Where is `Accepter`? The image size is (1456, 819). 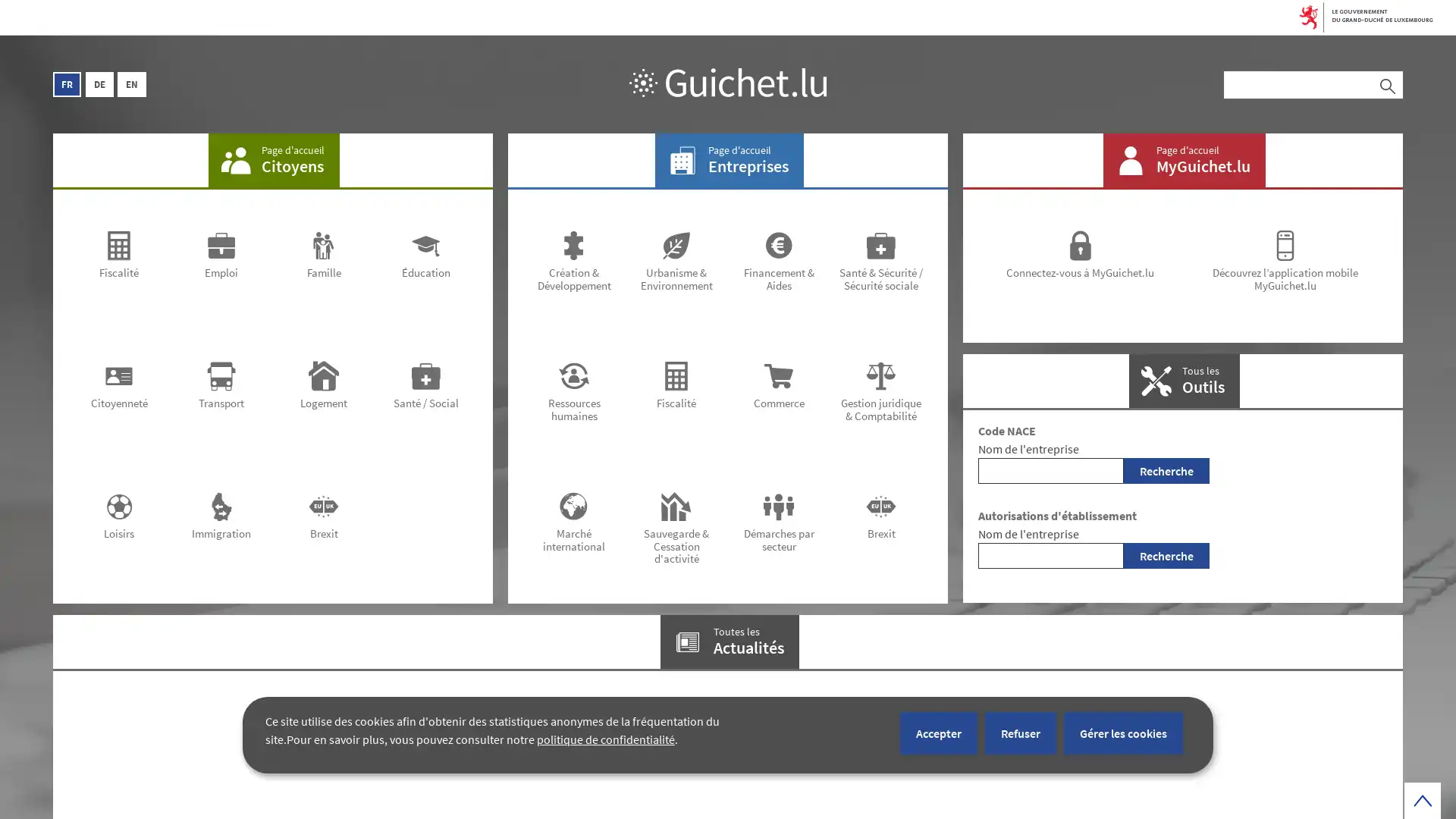 Accepter is located at coordinates (938, 733).